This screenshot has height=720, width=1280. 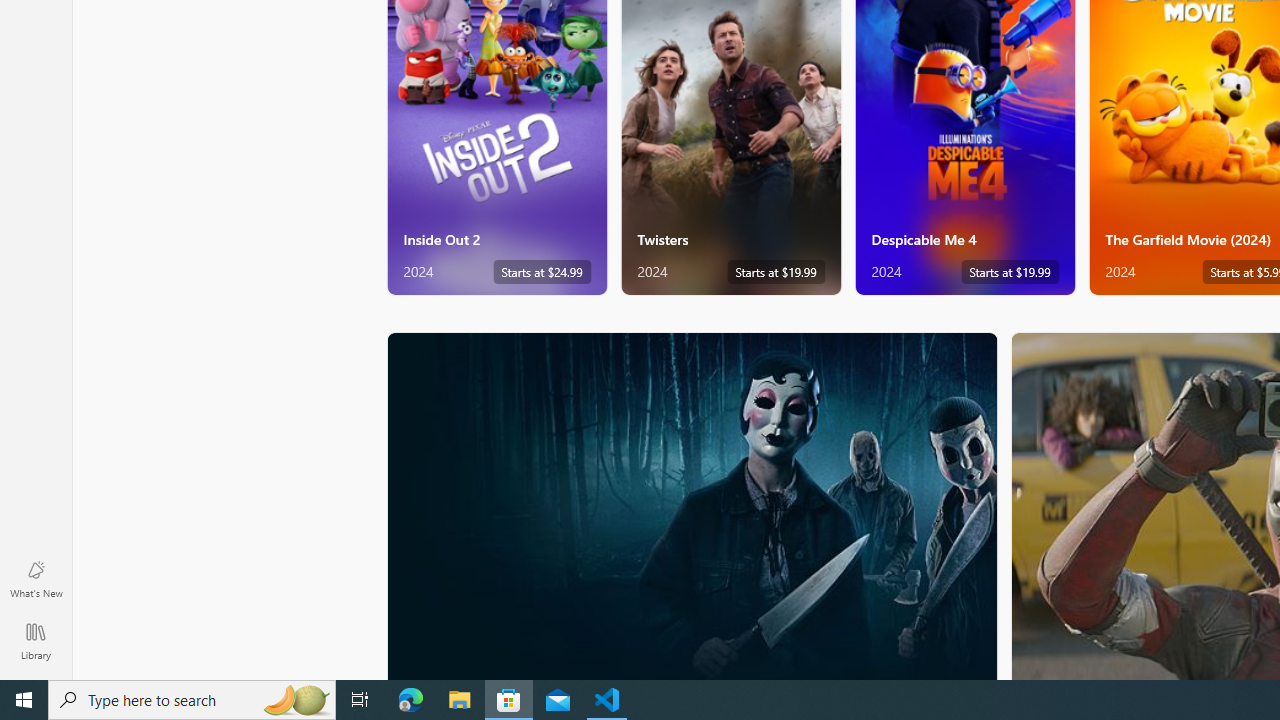 I want to click on 'AutomationID: PosterImage', so click(x=691, y=505).